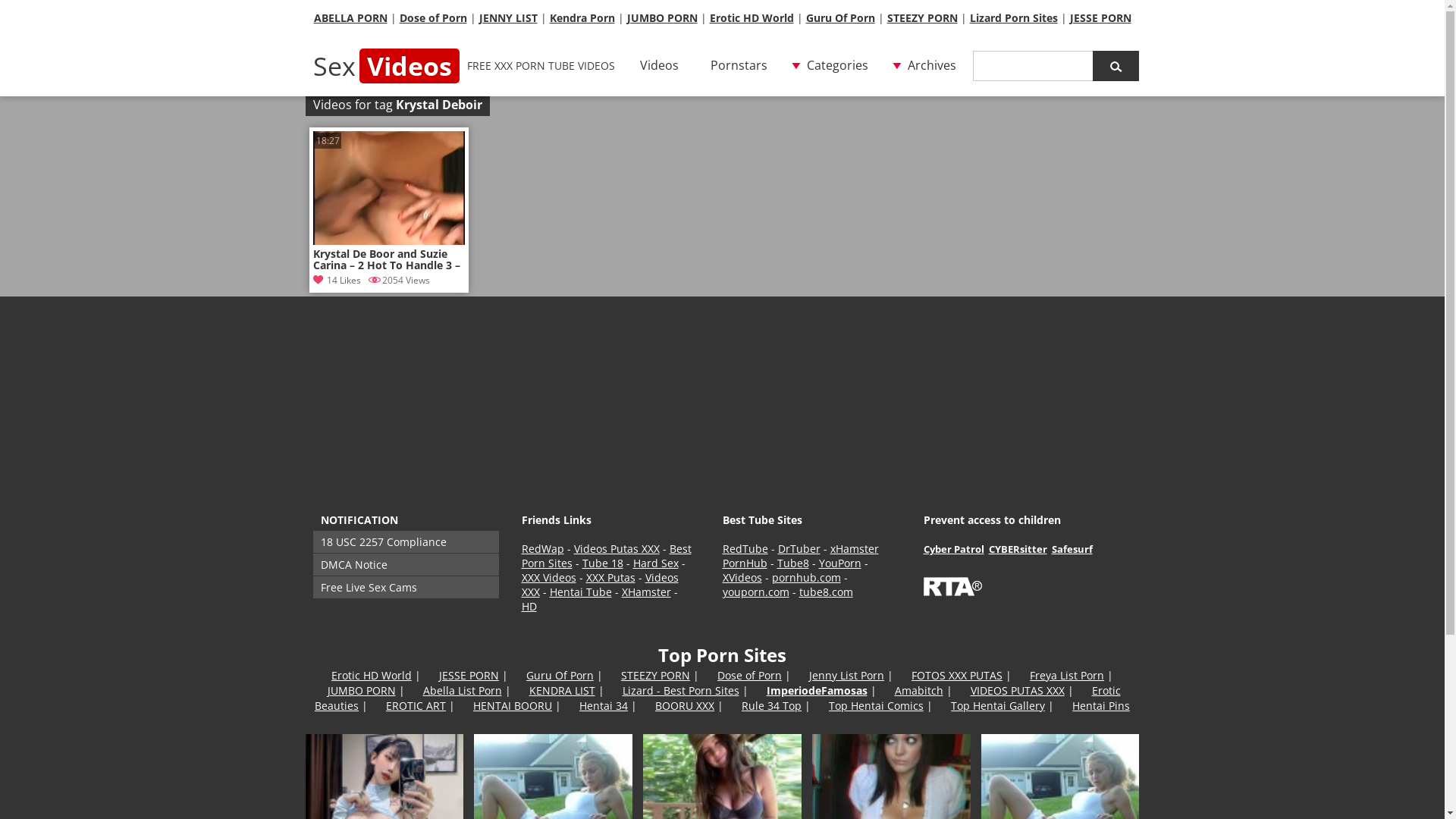 The width and height of the screenshot is (1456, 819). Describe the element at coordinates (585, 577) in the screenshot. I see `'XXX Putas'` at that location.